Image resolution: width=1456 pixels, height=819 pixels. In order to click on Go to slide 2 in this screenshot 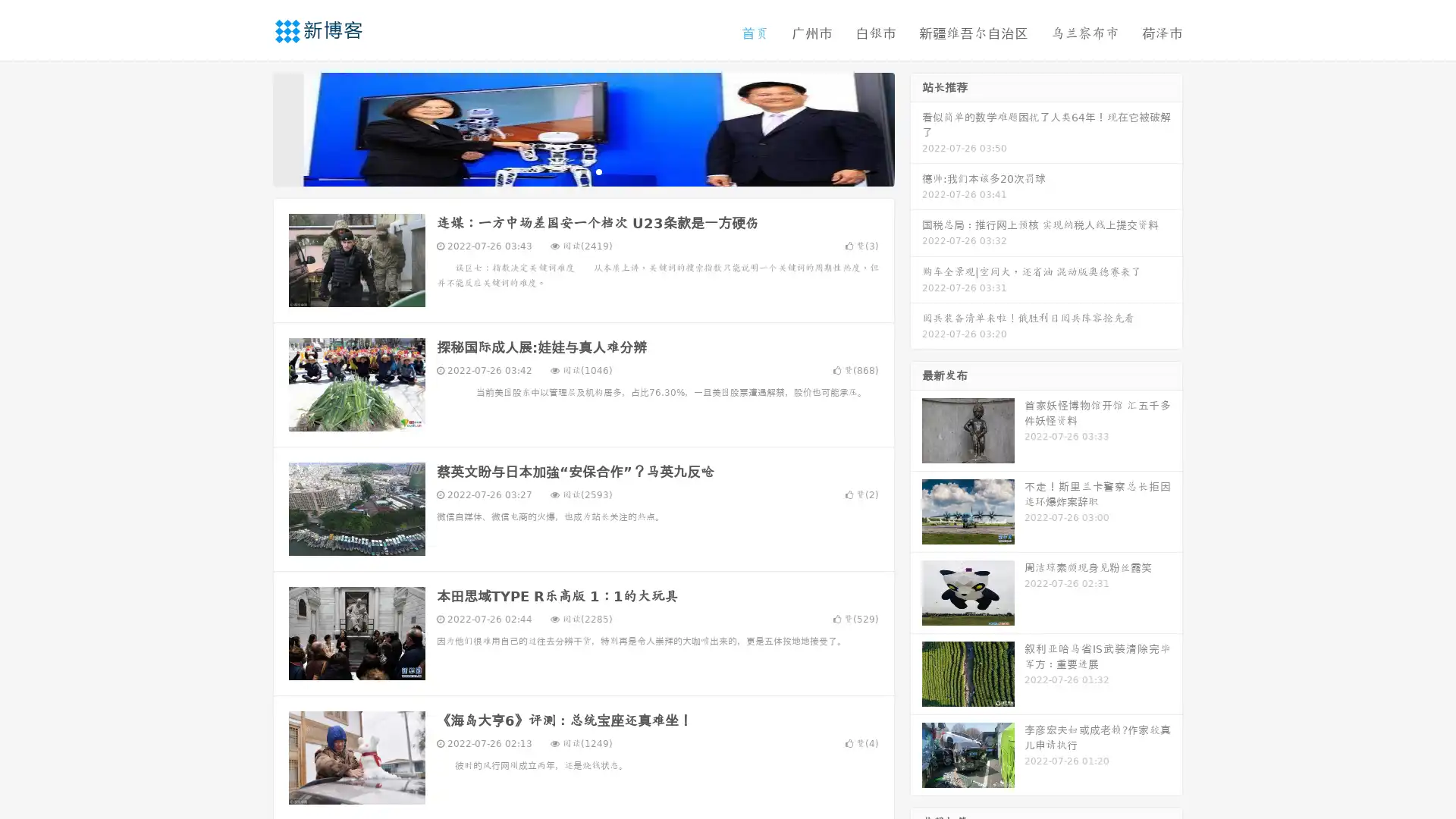, I will do `click(582, 171)`.